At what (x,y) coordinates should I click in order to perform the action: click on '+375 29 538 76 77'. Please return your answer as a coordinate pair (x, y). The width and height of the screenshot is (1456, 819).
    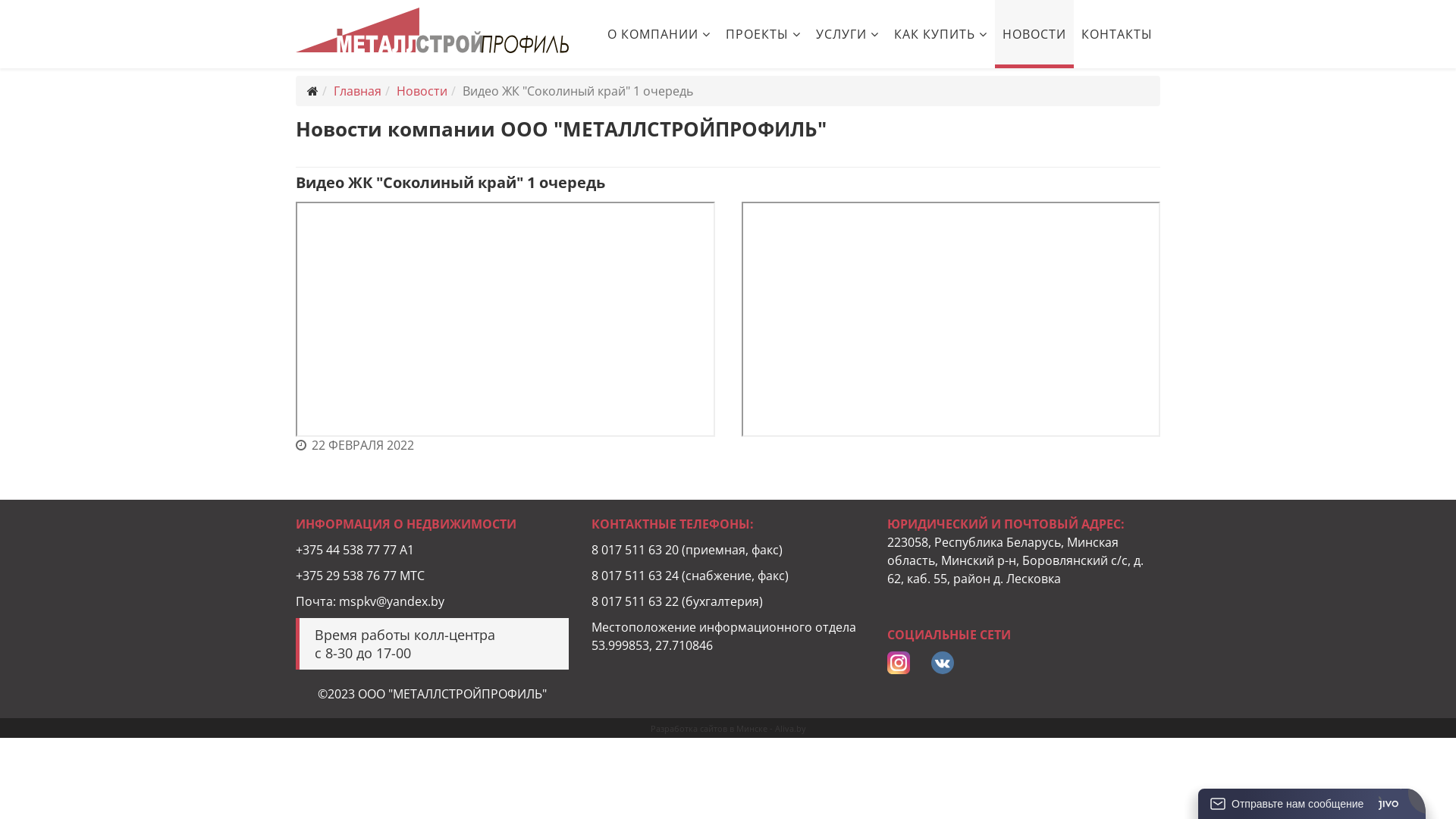
    Looking at the image, I should click on (295, 576).